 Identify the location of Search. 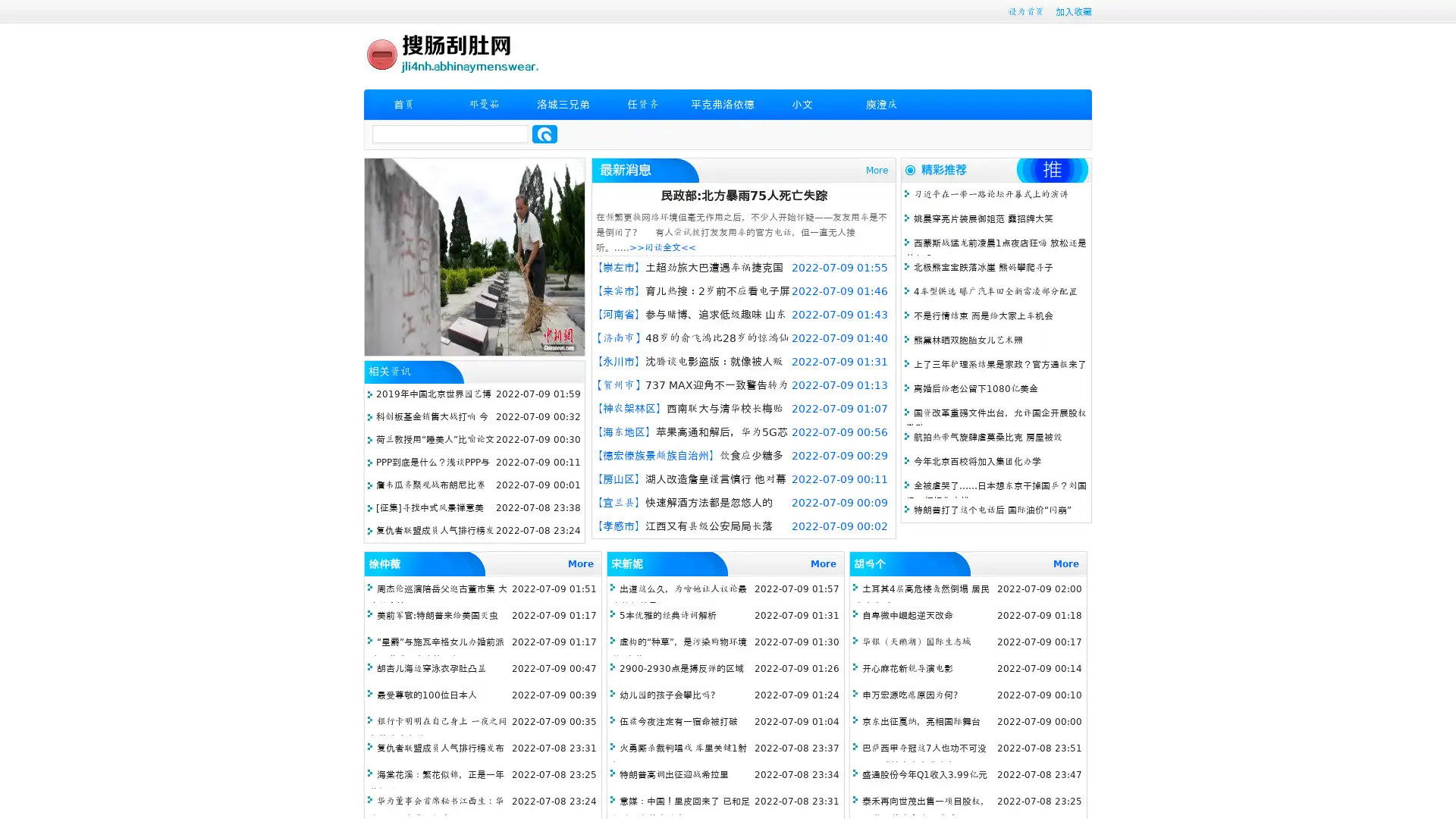
(544, 133).